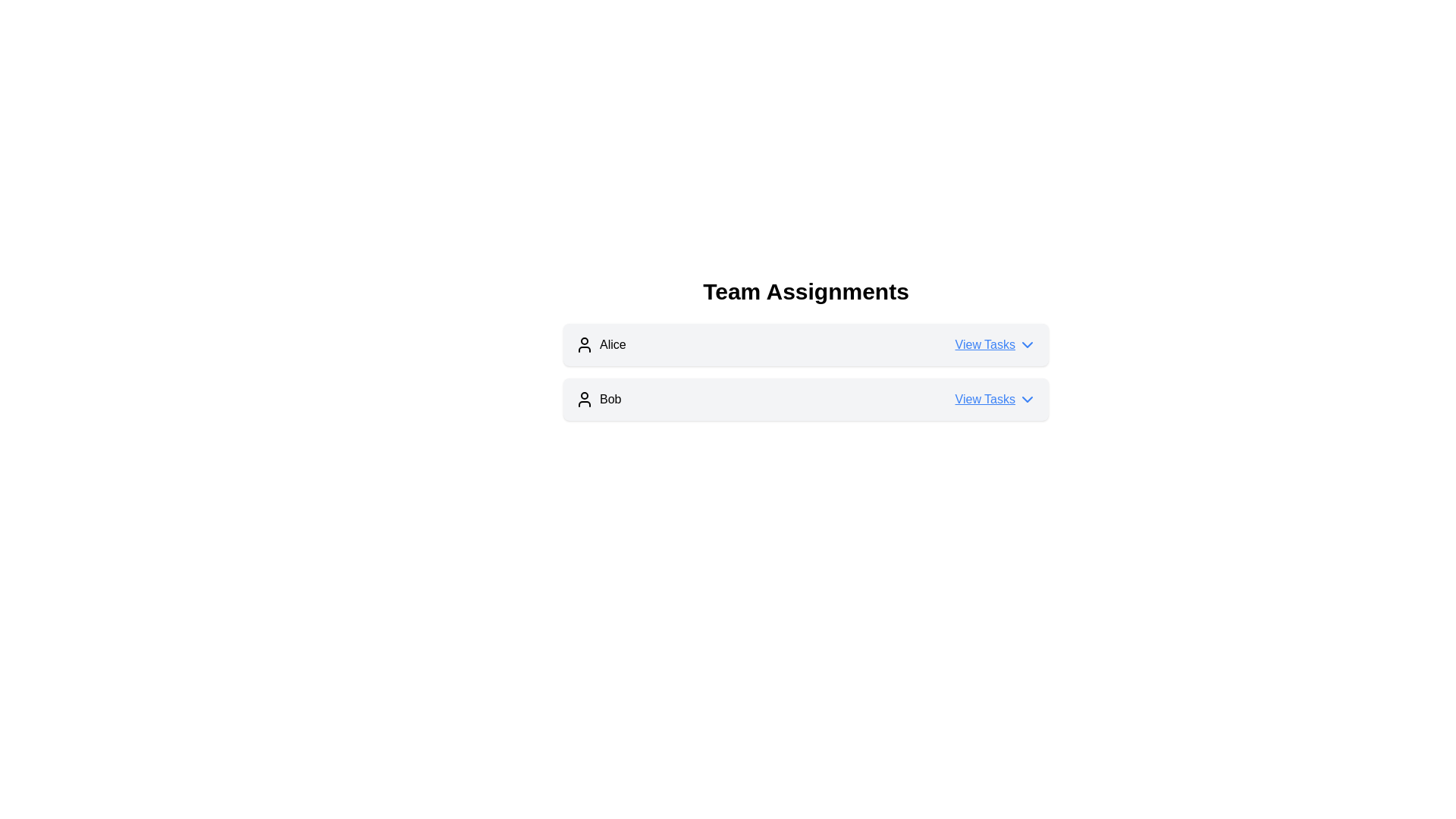 The image size is (1456, 819). I want to click on the text label displaying the name 'Bob' in bold black font style, which is located in the second row under 'Team Assignments', so click(610, 399).